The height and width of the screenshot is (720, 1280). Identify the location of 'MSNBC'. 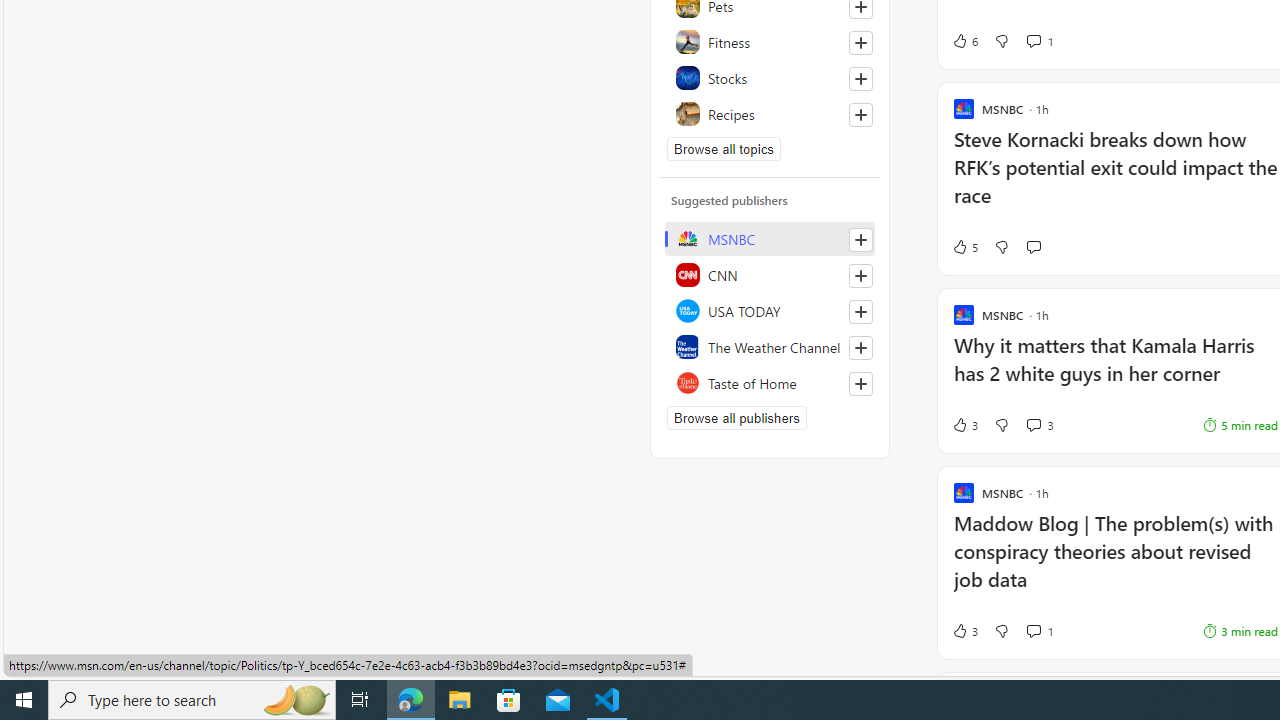
(769, 238).